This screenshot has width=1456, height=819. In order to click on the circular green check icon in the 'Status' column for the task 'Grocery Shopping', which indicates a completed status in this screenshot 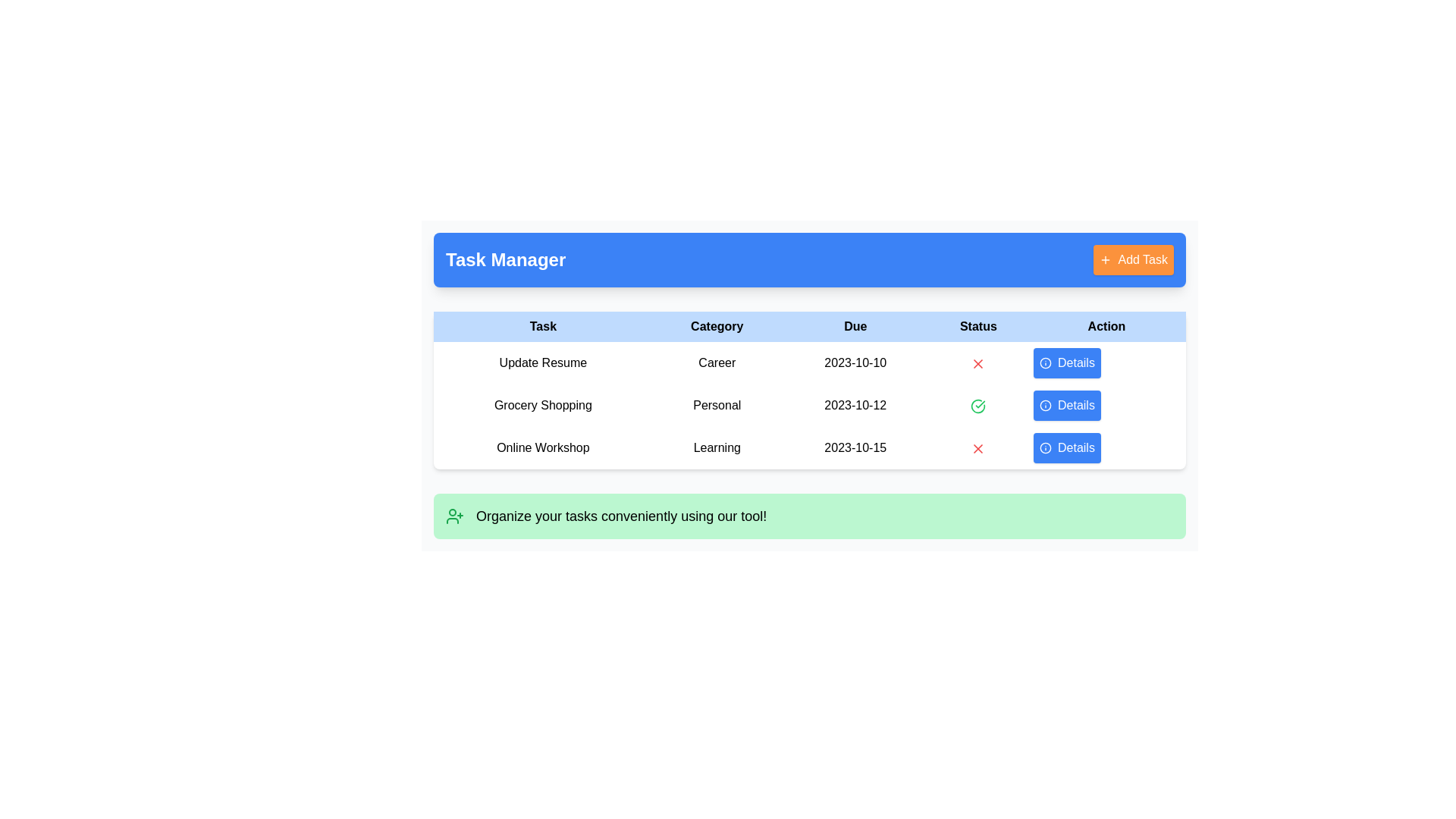, I will do `click(978, 405)`.